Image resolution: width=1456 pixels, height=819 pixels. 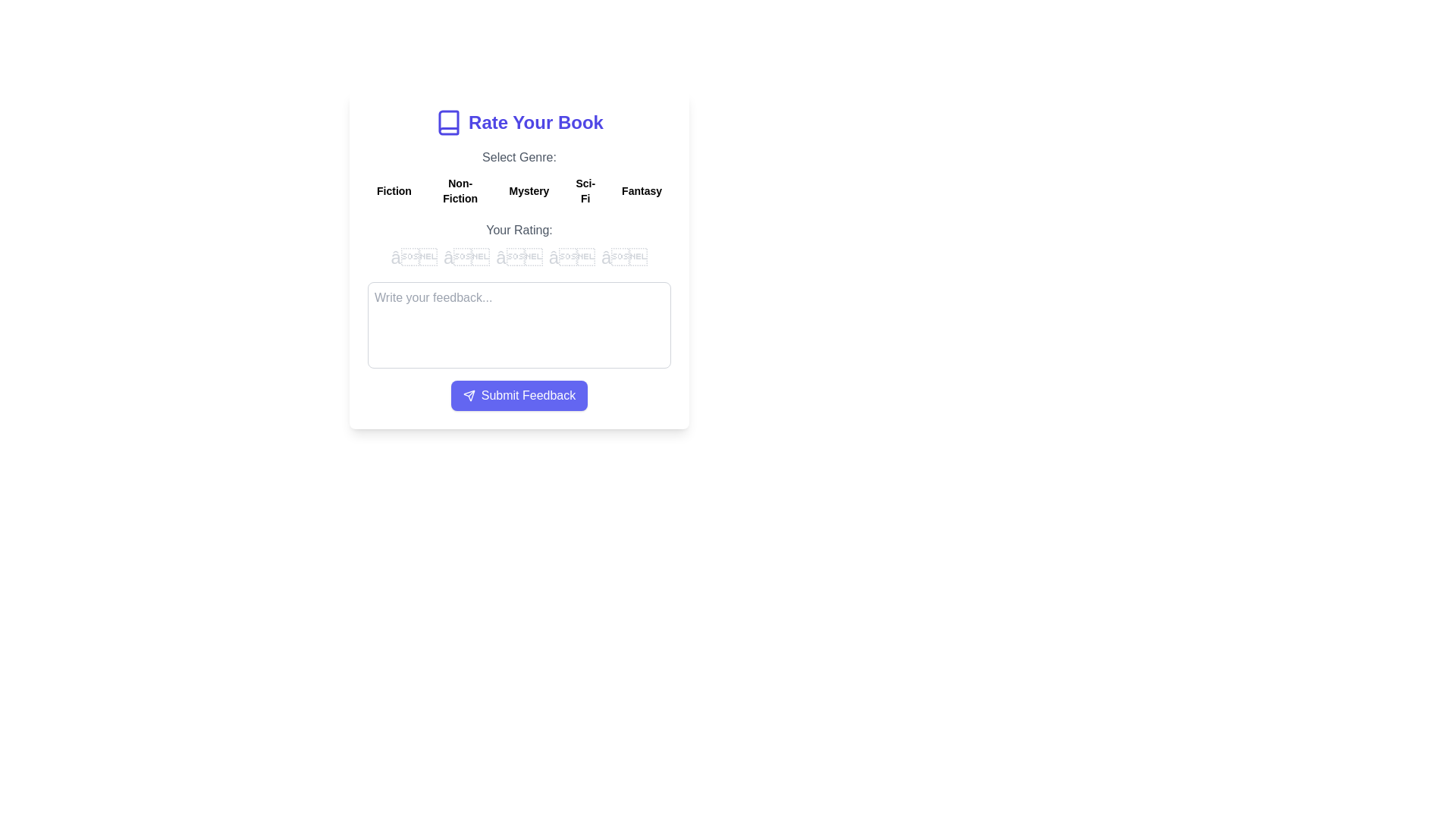 I want to click on text content of the bold label 'Rate Your Book', which is styled in deep indigo and located at the top of the card layout, adjacent to a book icon, so click(x=535, y=122).